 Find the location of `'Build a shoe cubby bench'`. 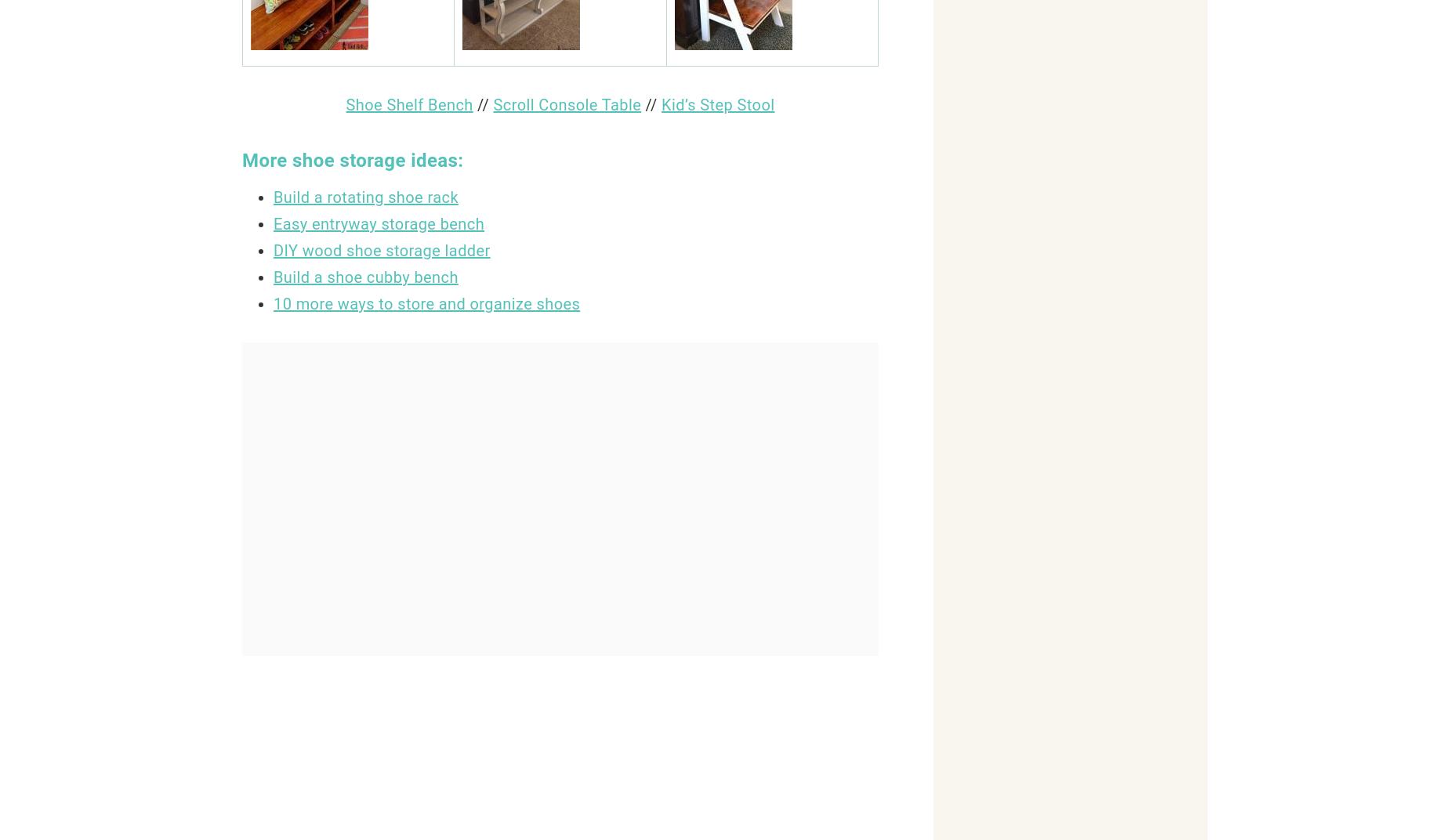

'Build a shoe cubby bench' is located at coordinates (365, 277).